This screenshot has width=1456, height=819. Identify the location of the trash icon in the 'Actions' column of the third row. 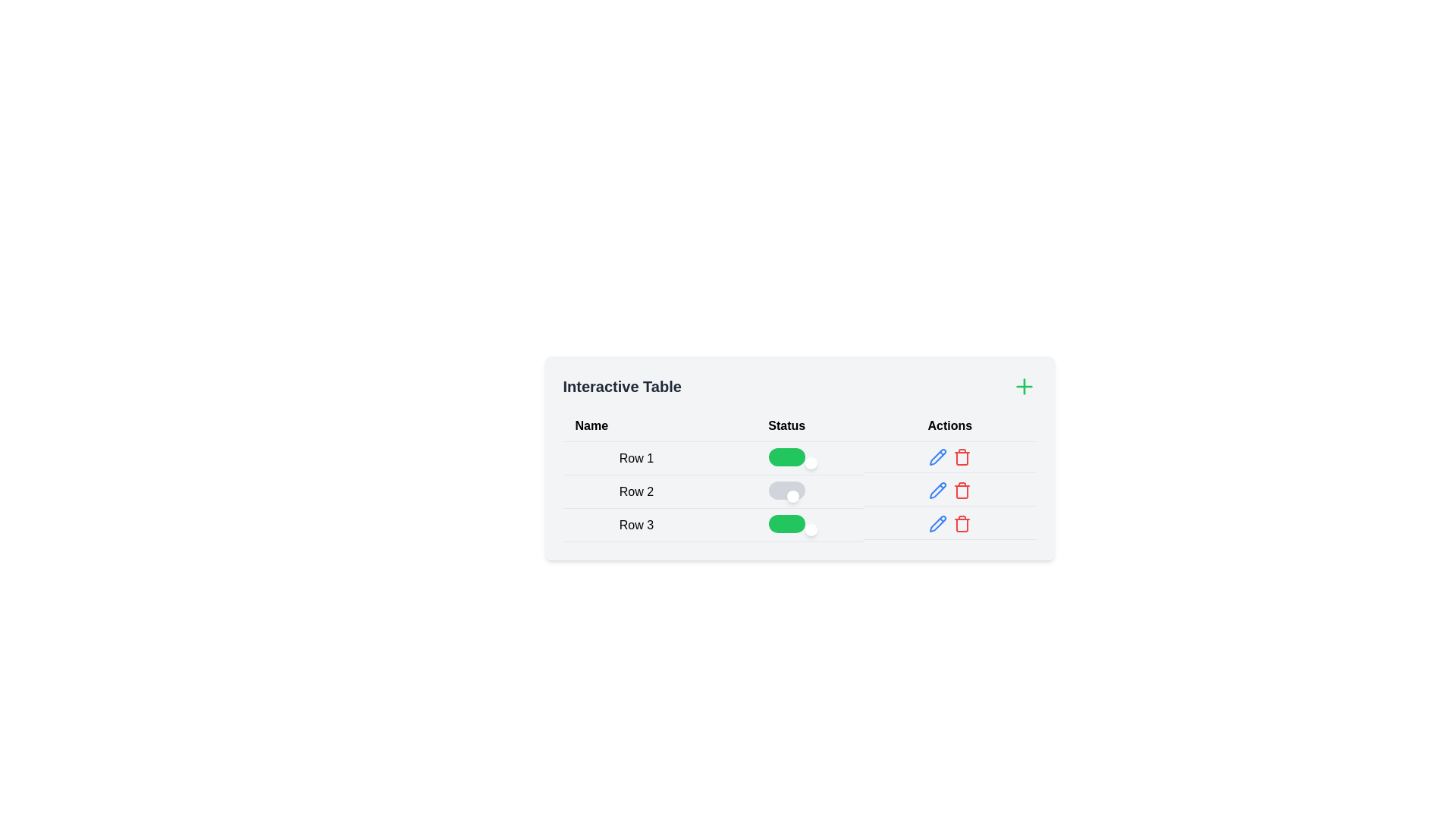
(961, 490).